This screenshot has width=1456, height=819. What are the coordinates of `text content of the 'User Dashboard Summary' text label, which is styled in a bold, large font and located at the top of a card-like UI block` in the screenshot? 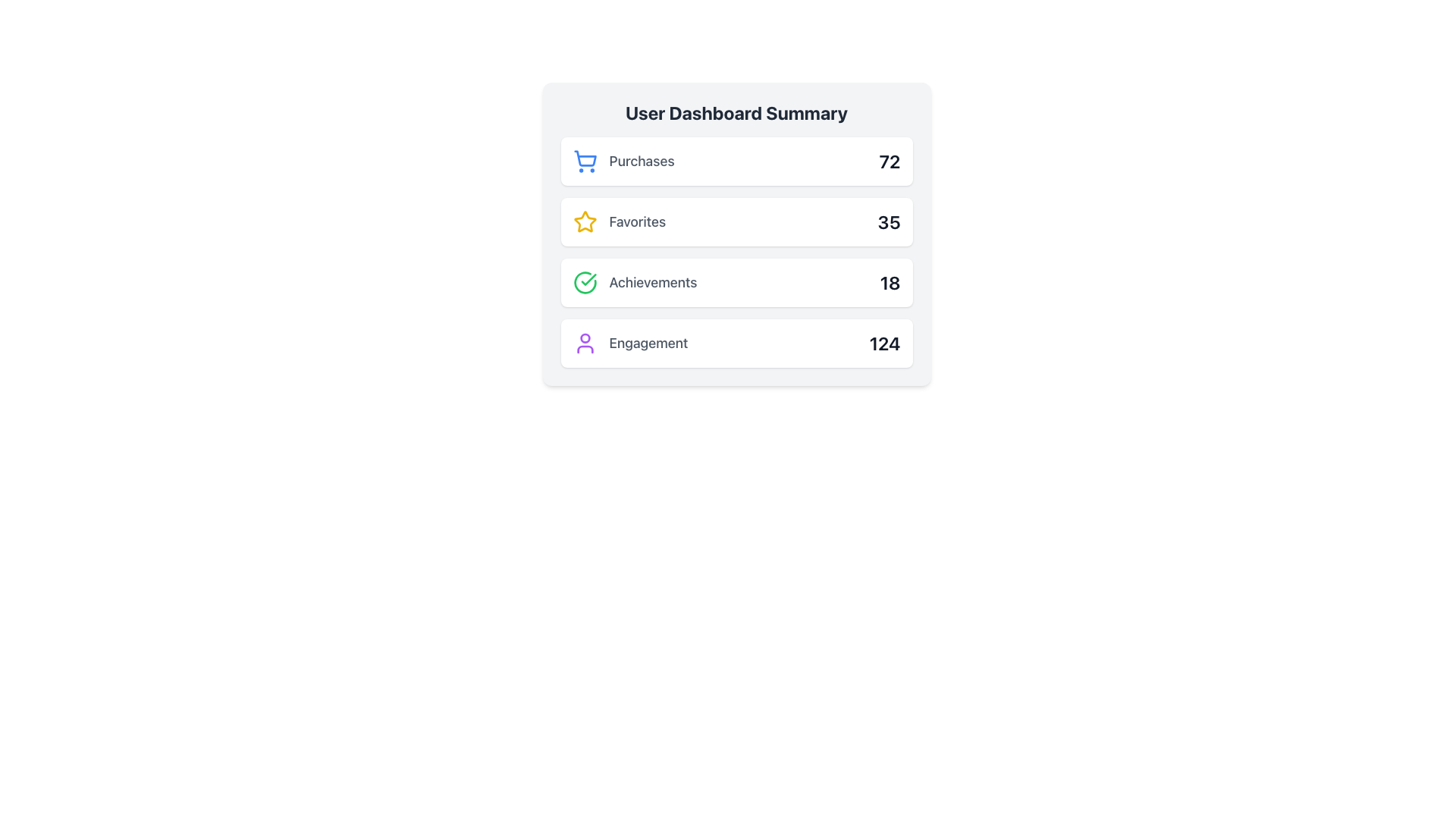 It's located at (736, 112).